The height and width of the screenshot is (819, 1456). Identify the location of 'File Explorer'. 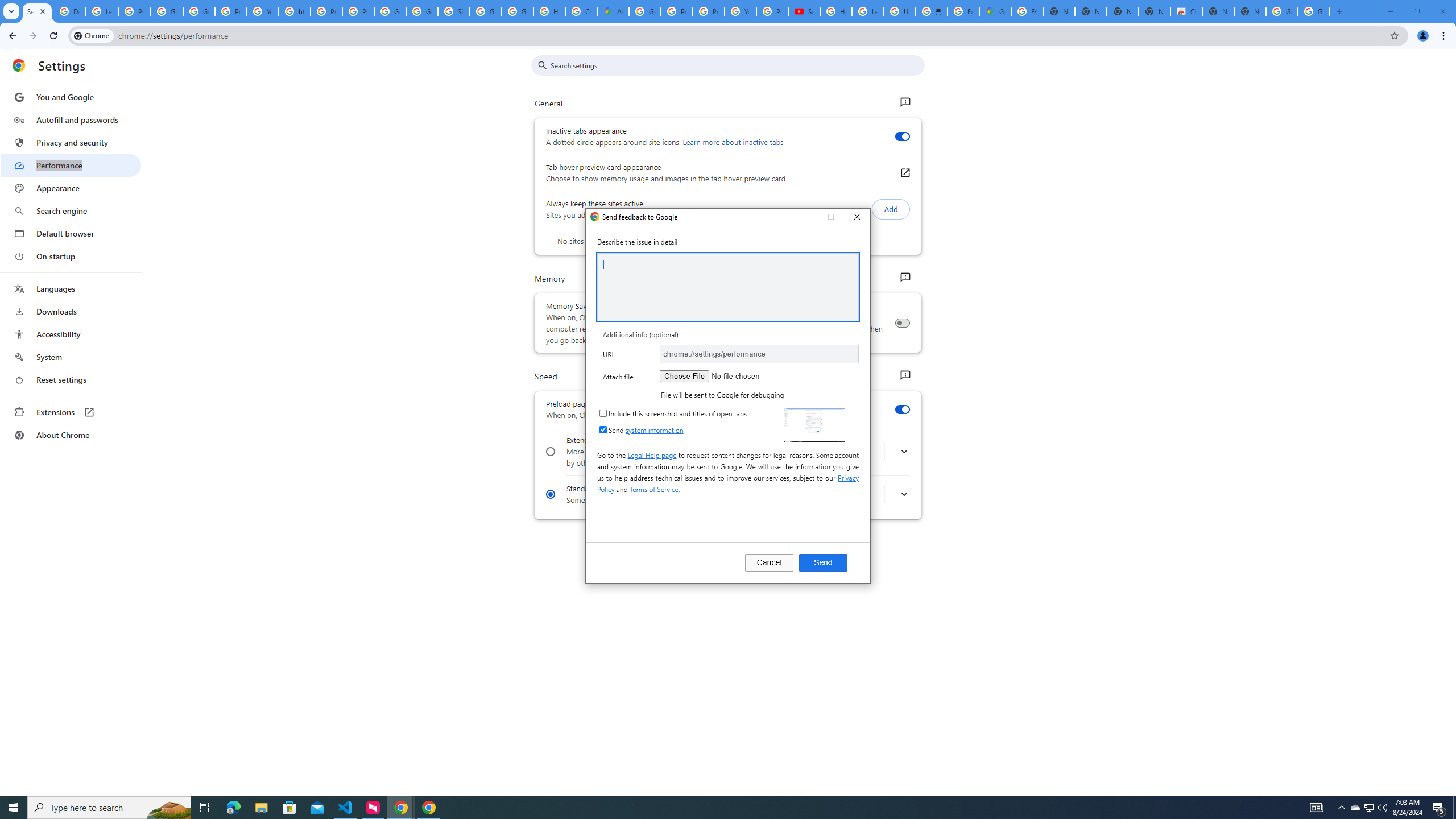
(260, 806).